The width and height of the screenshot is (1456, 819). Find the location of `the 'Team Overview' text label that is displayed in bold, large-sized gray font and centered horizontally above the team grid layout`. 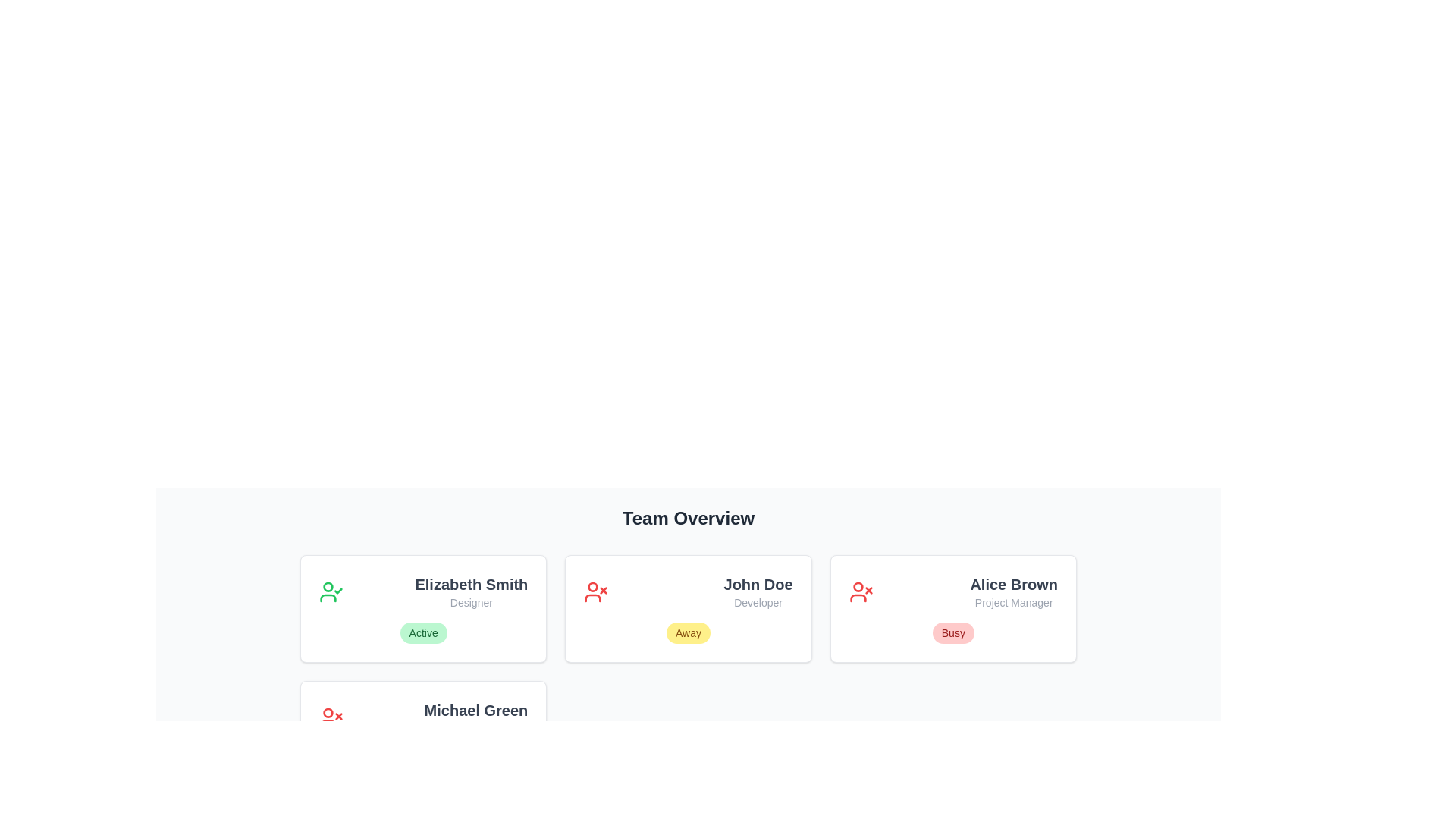

the 'Team Overview' text label that is displayed in bold, large-sized gray font and centered horizontally above the team grid layout is located at coordinates (687, 517).